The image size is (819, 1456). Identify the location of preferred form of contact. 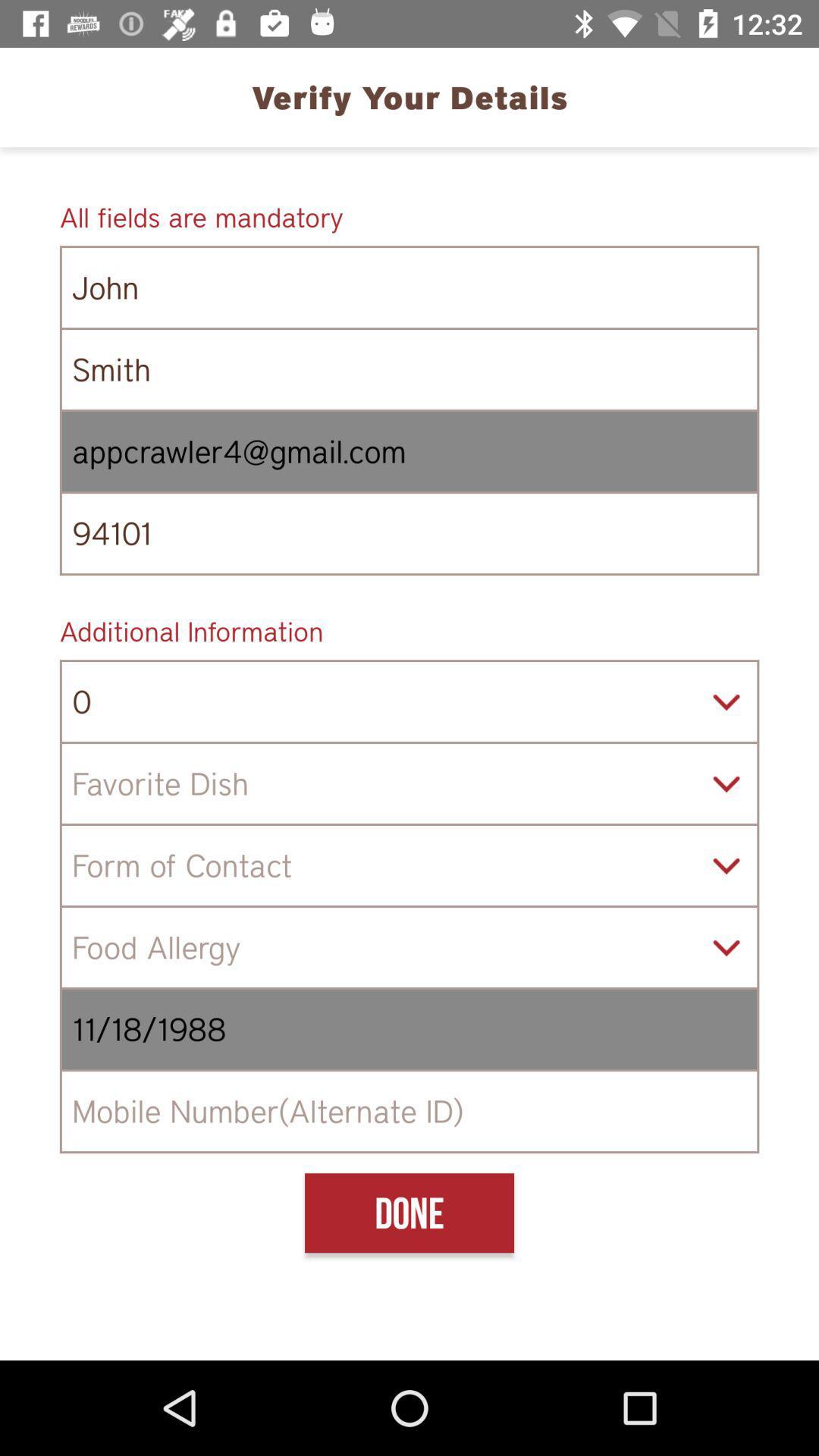
(409, 865).